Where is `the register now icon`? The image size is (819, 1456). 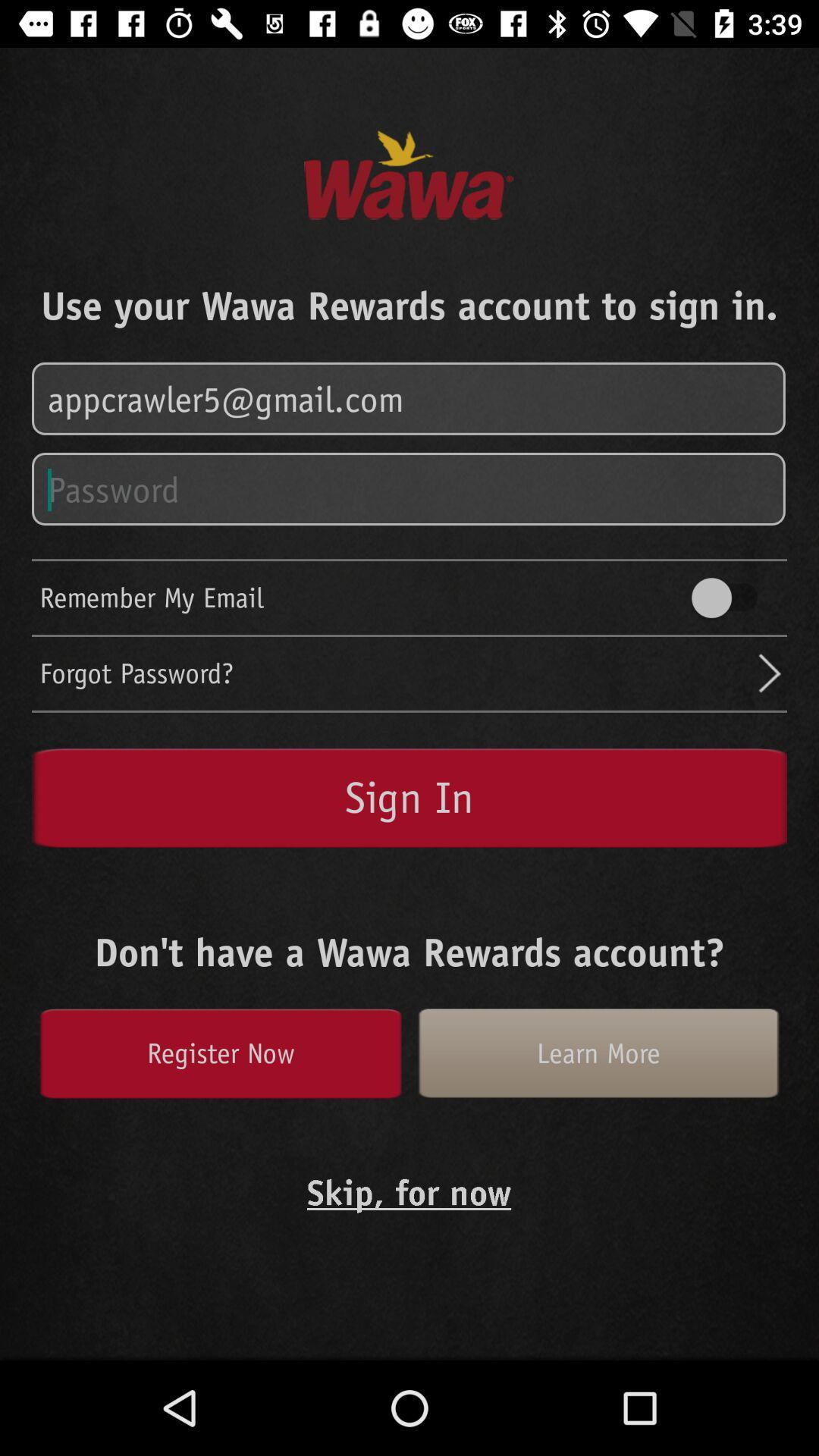
the register now icon is located at coordinates (220, 1053).